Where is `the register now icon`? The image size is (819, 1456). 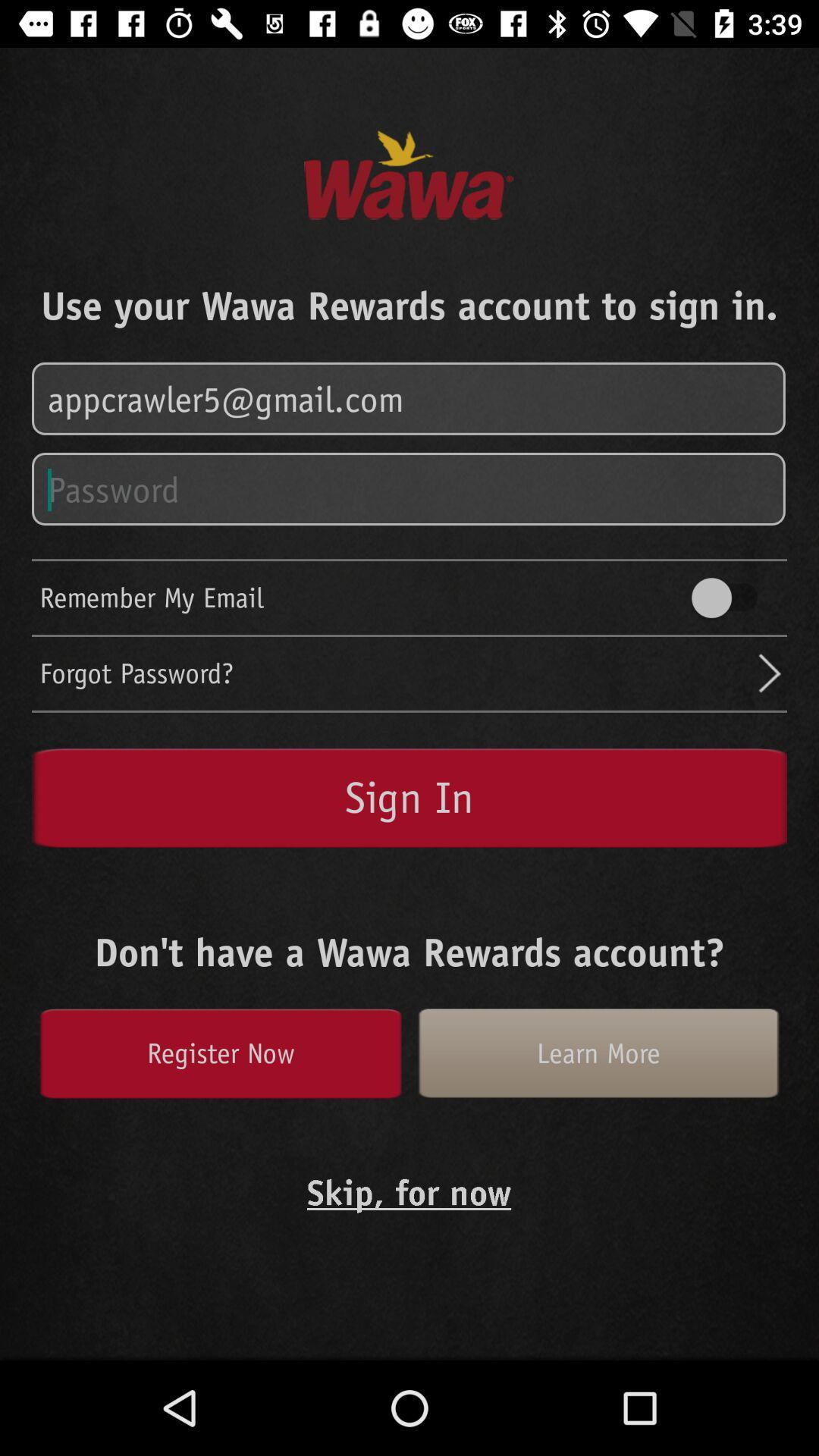
the register now icon is located at coordinates (220, 1053).